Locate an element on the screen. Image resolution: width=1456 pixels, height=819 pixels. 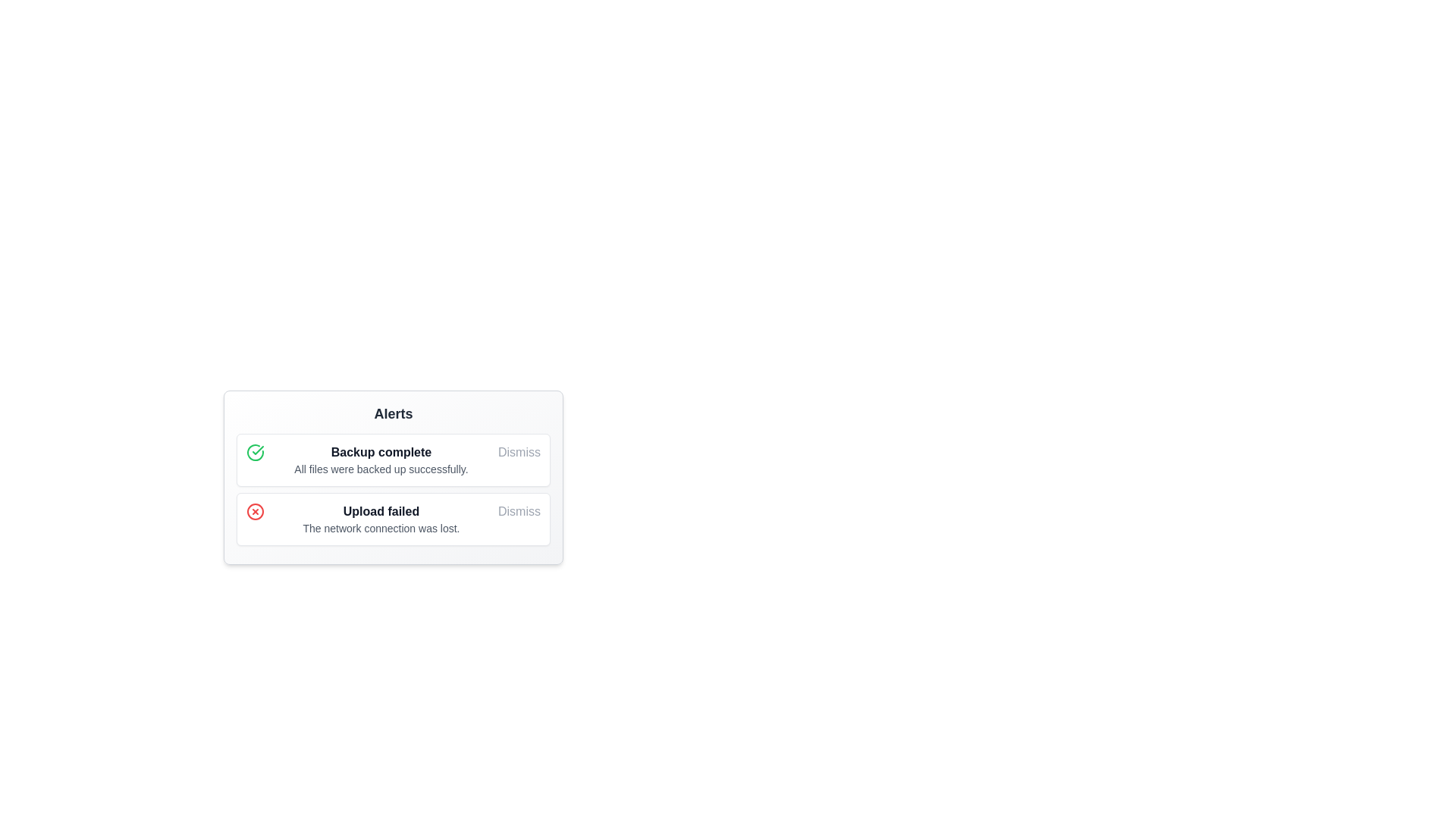
the text label that provides additional details about the 'Upload failed' issue, located beneath the bold 'Upload failed' text in the 'Alerts' notification area is located at coordinates (381, 528).